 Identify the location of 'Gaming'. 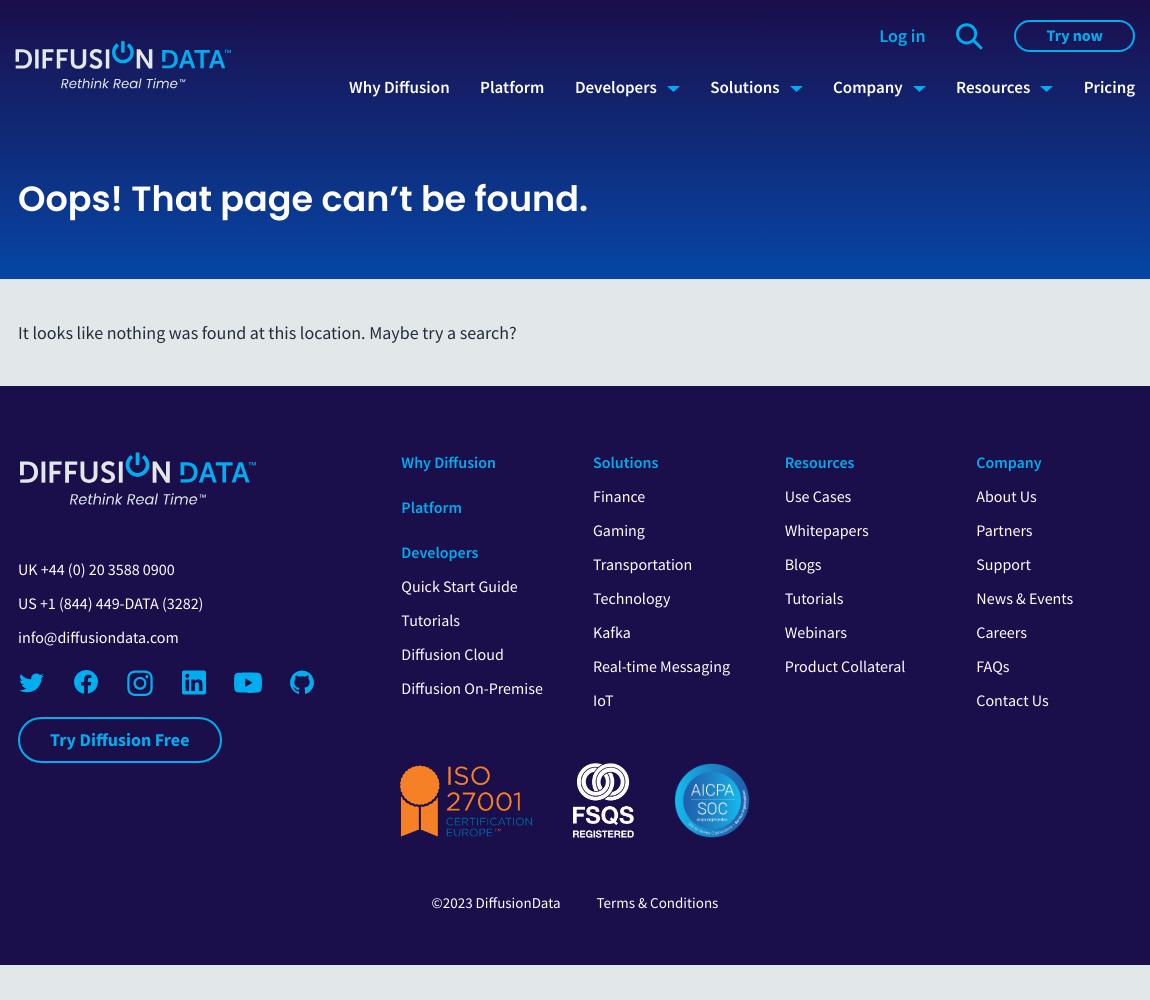
(617, 531).